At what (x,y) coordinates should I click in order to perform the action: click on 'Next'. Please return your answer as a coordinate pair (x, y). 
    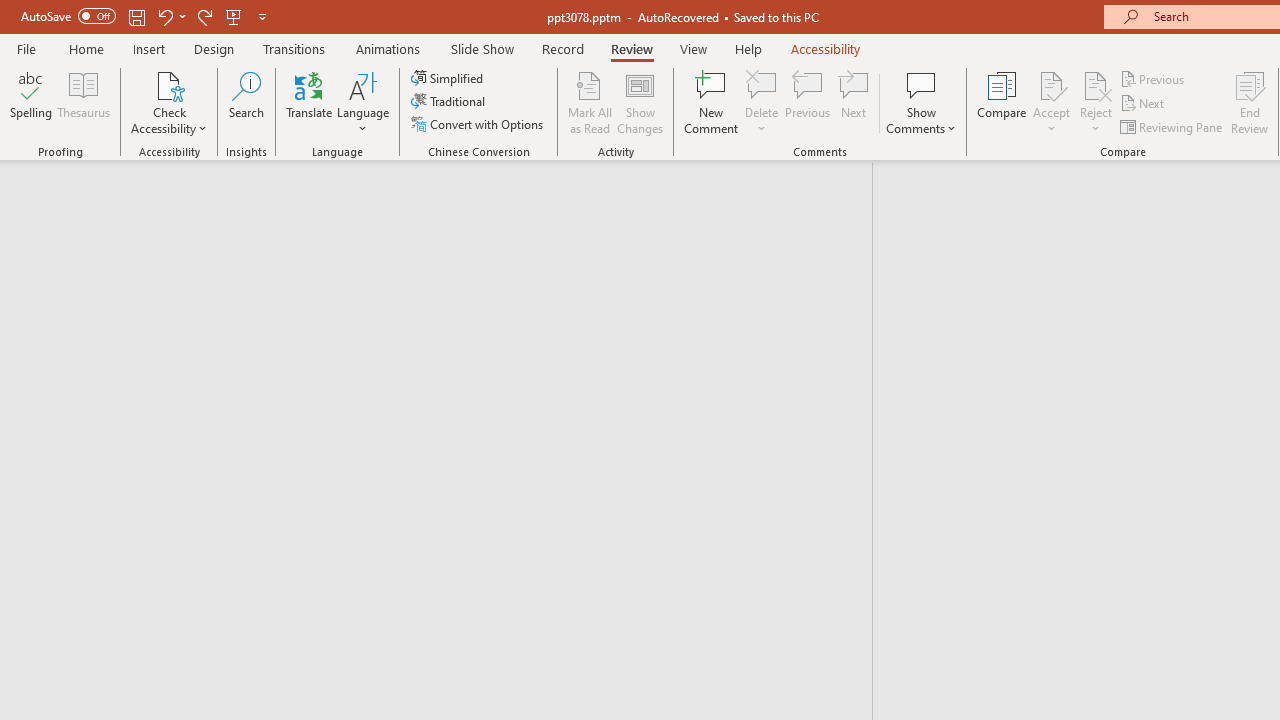
    Looking at the image, I should click on (1144, 103).